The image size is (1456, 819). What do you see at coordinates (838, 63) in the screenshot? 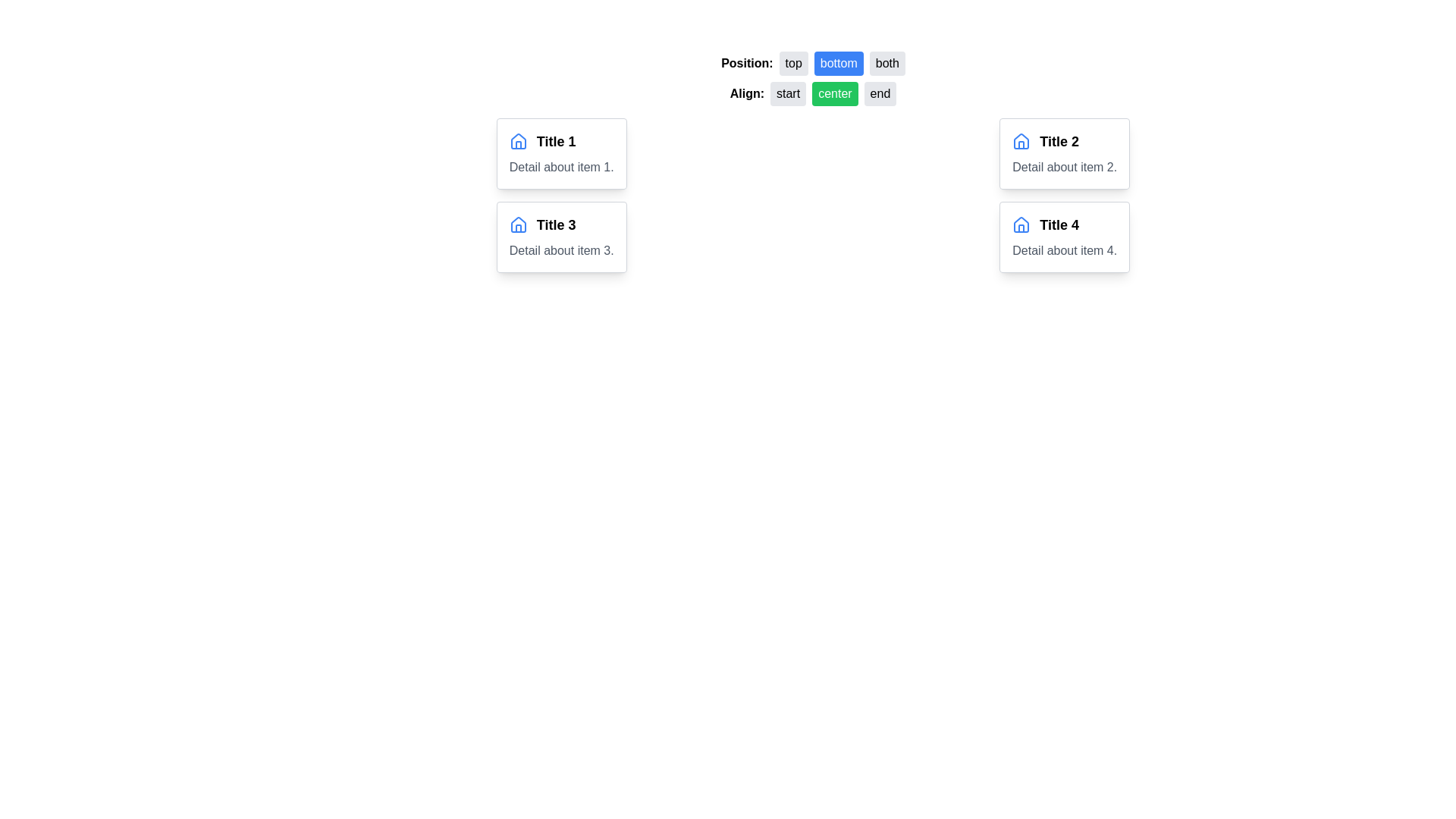
I see `the blue button labeled 'bottom'` at bounding box center [838, 63].